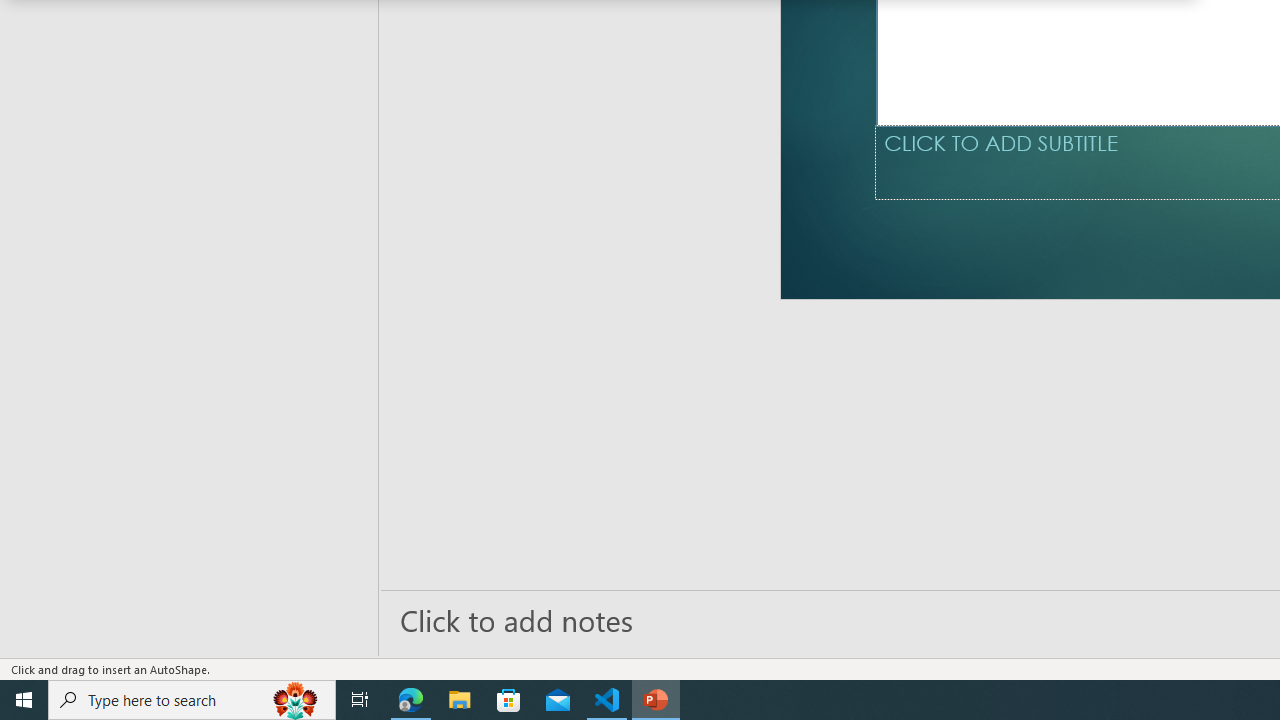 The height and width of the screenshot is (720, 1280). What do you see at coordinates (410, 698) in the screenshot?
I see `'Microsoft Edge - 1 running window'` at bounding box center [410, 698].